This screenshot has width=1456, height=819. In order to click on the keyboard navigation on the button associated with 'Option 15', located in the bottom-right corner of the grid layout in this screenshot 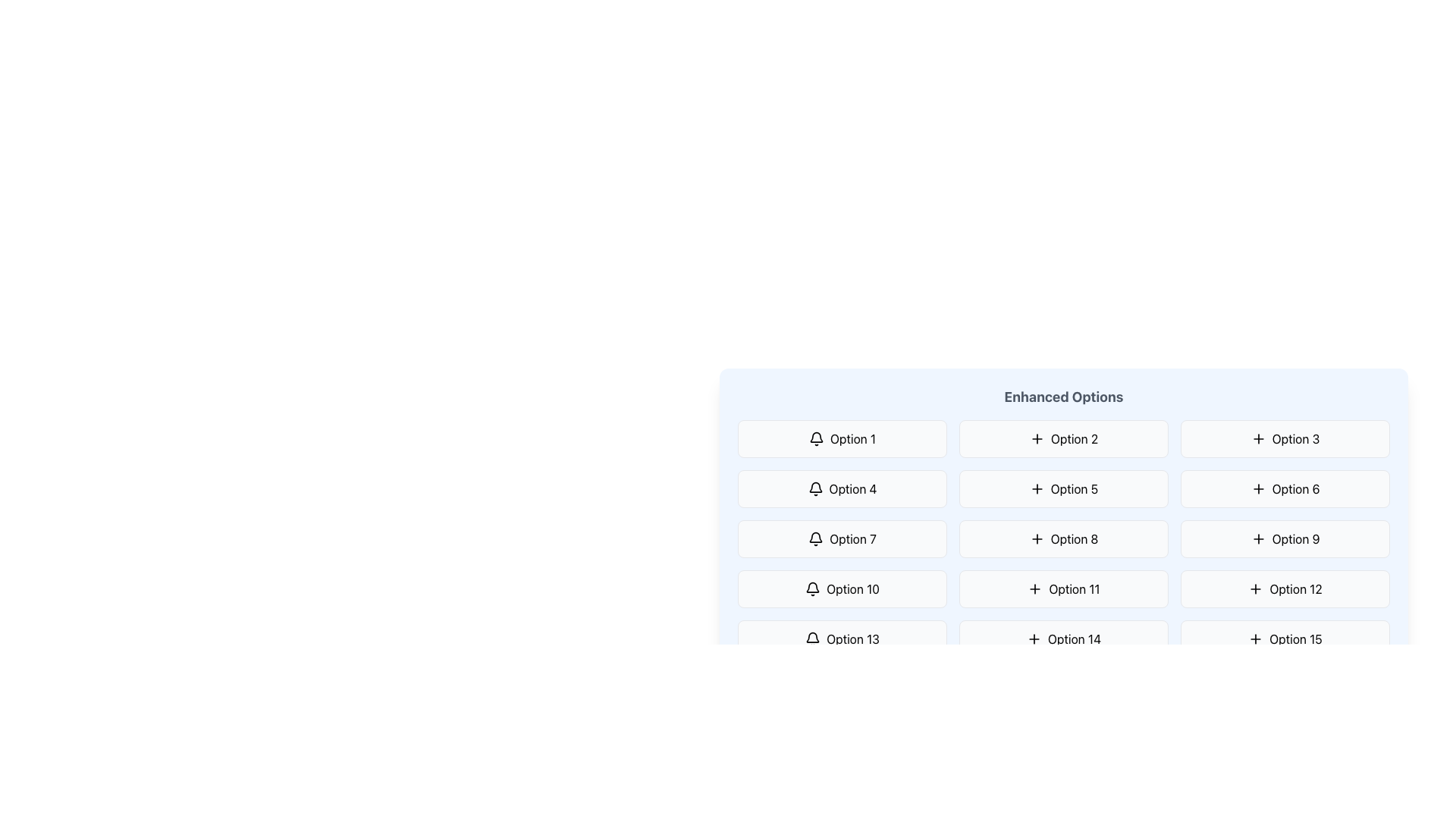, I will do `click(1284, 639)`.